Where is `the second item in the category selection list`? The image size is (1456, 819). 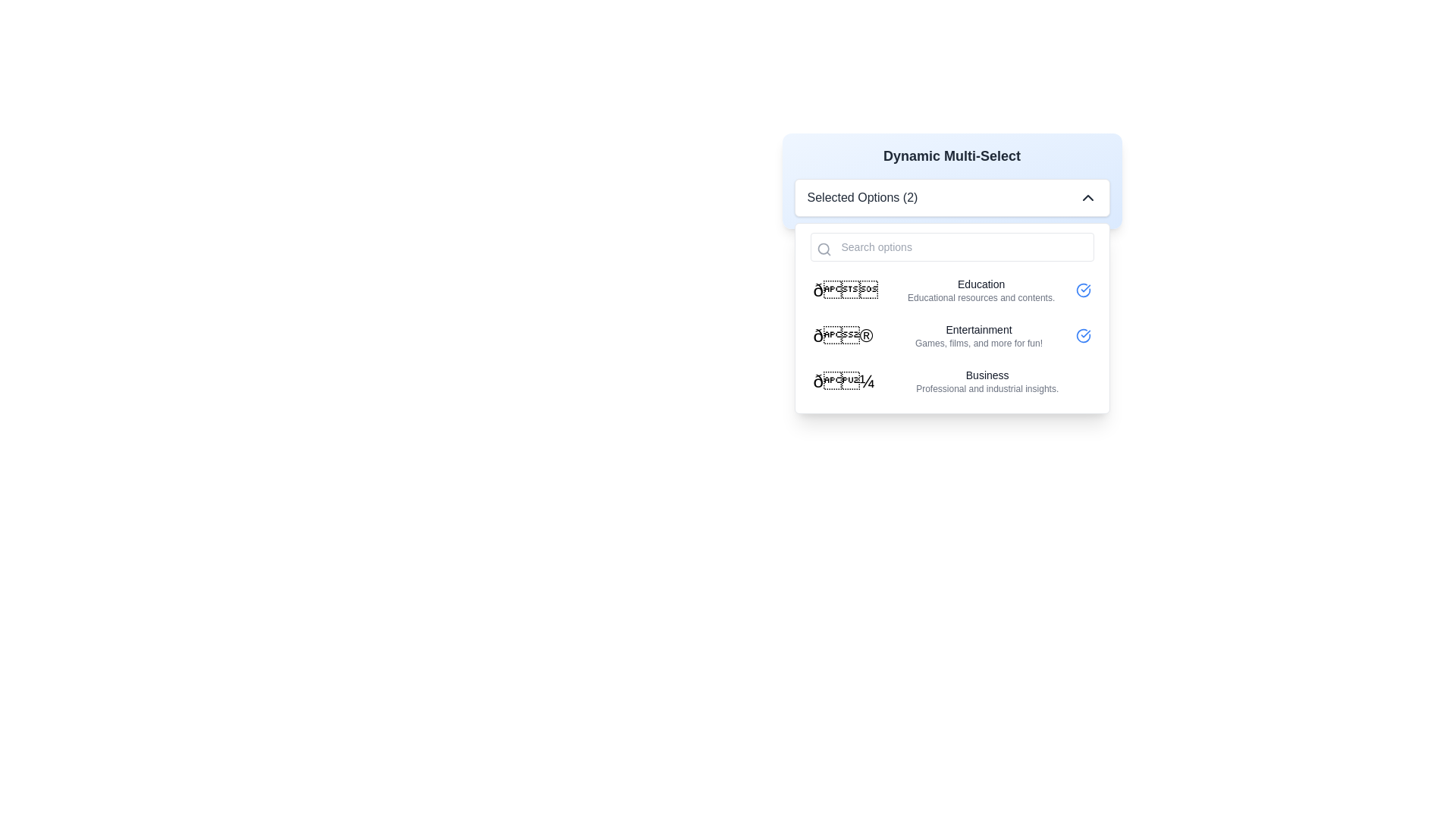
the second item in the category selection list is located at coordinates (951, 335).